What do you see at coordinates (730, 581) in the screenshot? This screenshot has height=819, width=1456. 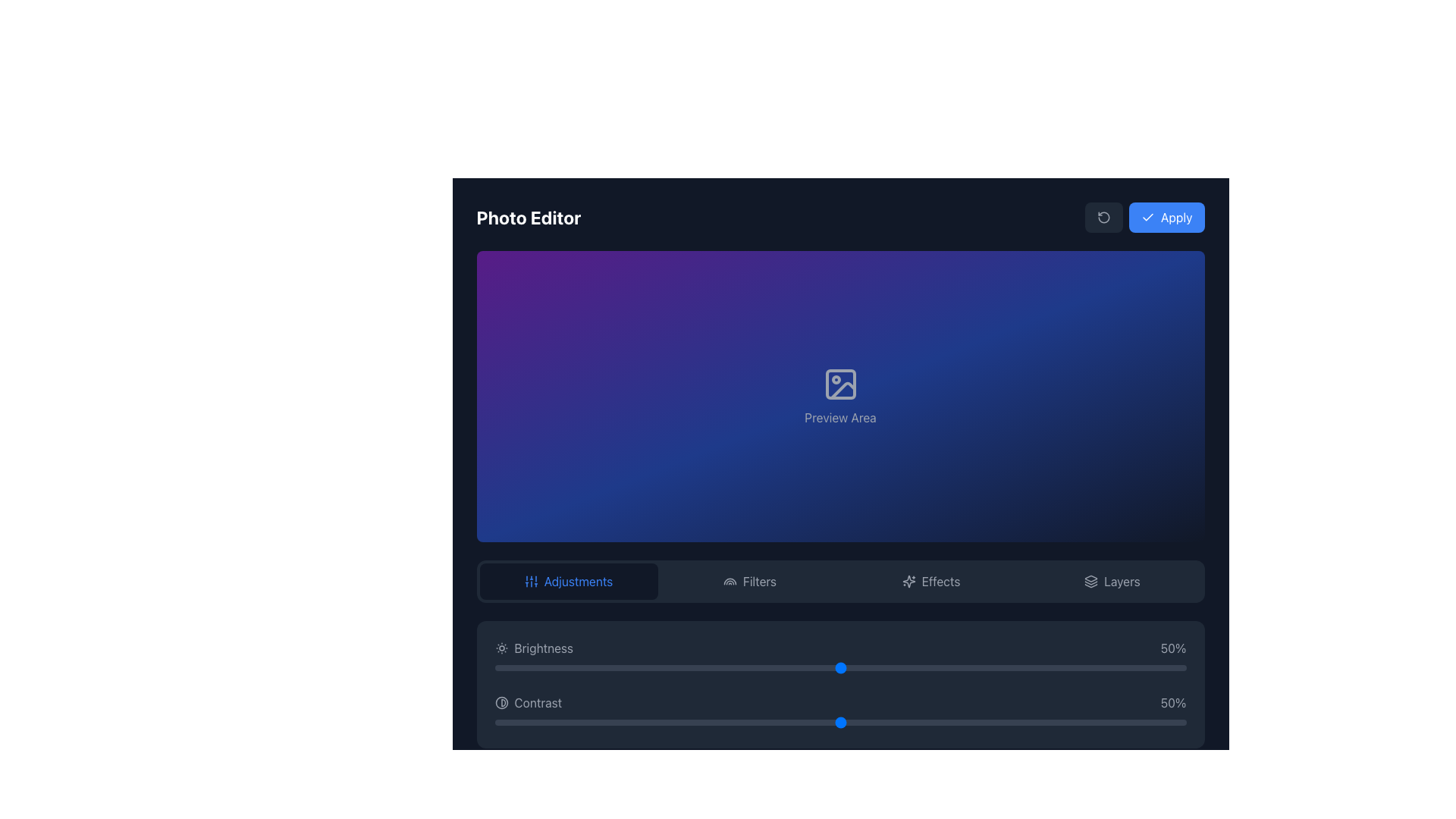 I see `the 'Filters' icon in the bottom navigation bar of the photo editor, which indicates the filters functionality to the user` at bounding box center [730, 581].